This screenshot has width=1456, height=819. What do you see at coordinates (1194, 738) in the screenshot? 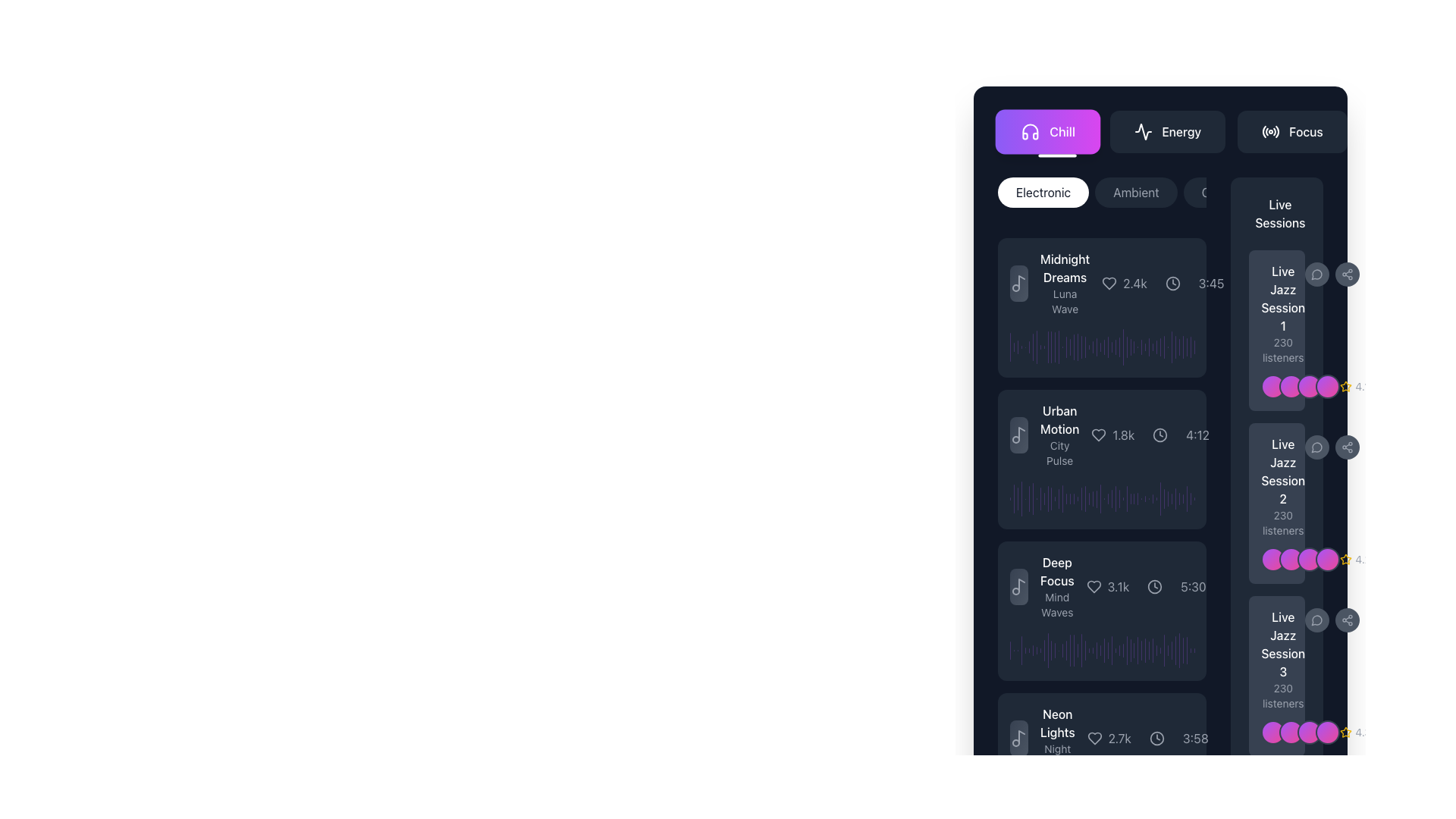
I see `the Text Label that indicates the duration of the music track 'Neon Lights', positioned to the right of the clock icon within the bottom right corner of the music track card` at bounding box center [1194, 738].